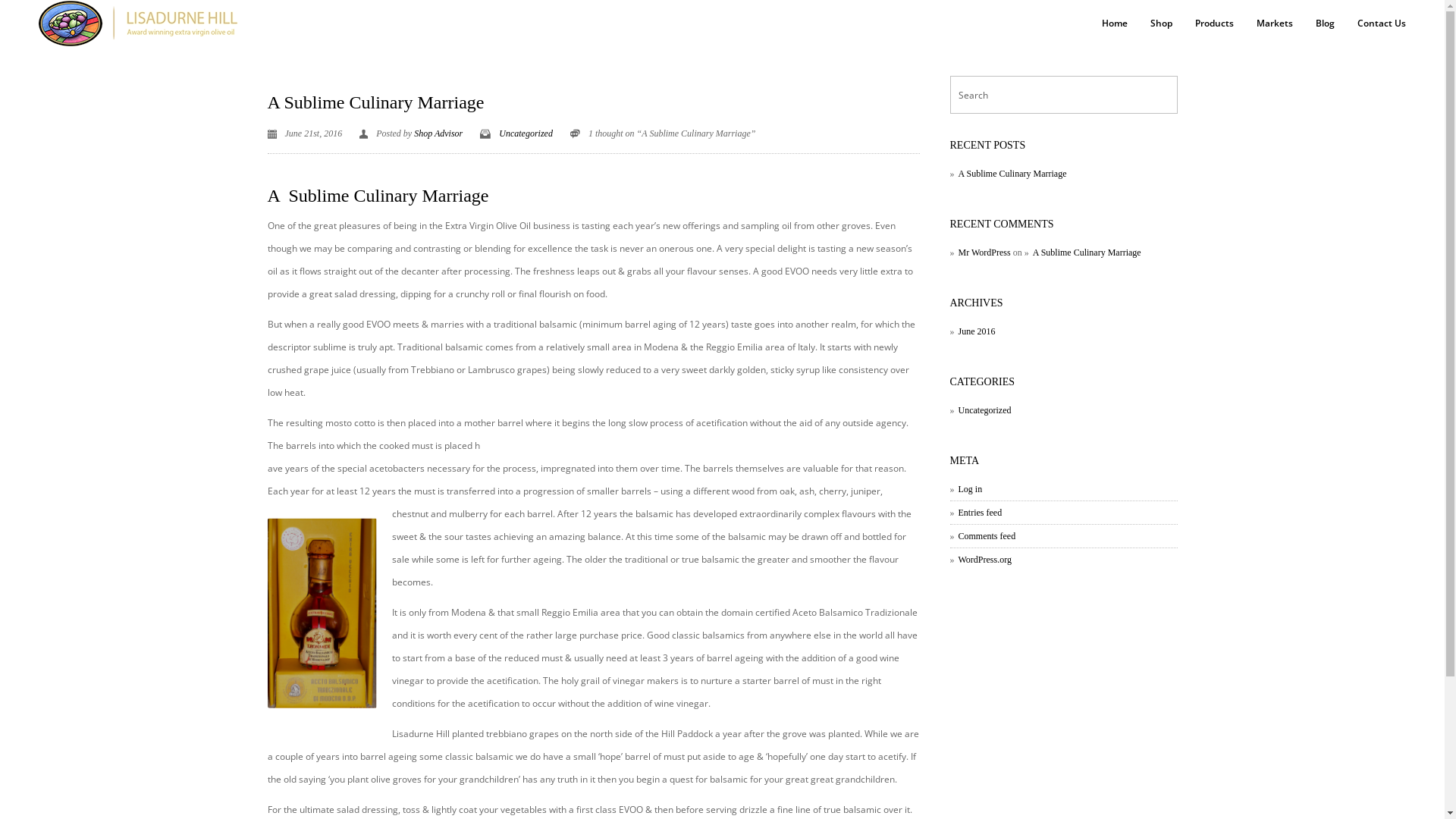  I want to click on 'Products', so click(1214, 23).